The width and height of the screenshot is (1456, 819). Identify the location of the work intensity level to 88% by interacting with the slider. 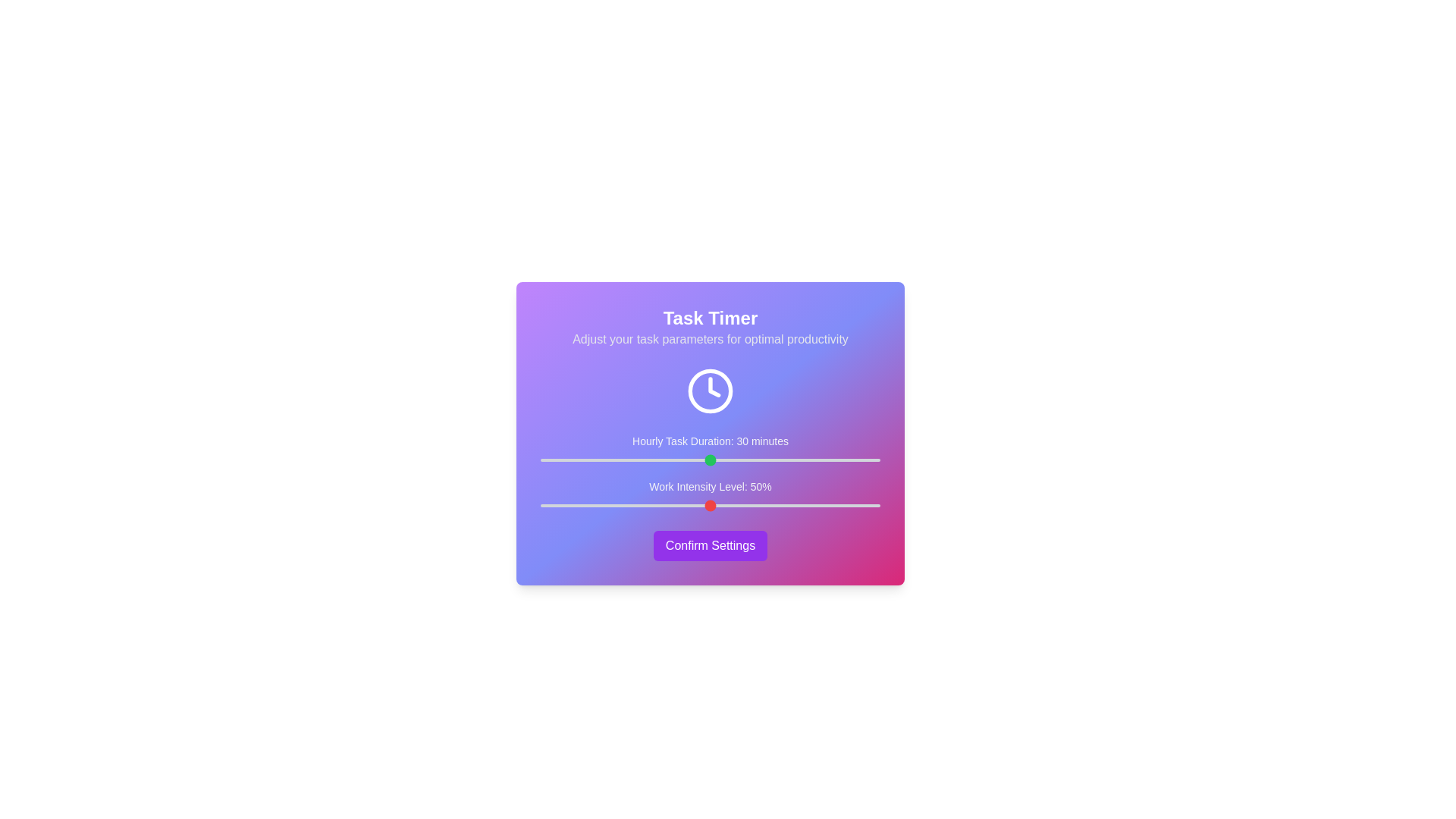
(839, 506).